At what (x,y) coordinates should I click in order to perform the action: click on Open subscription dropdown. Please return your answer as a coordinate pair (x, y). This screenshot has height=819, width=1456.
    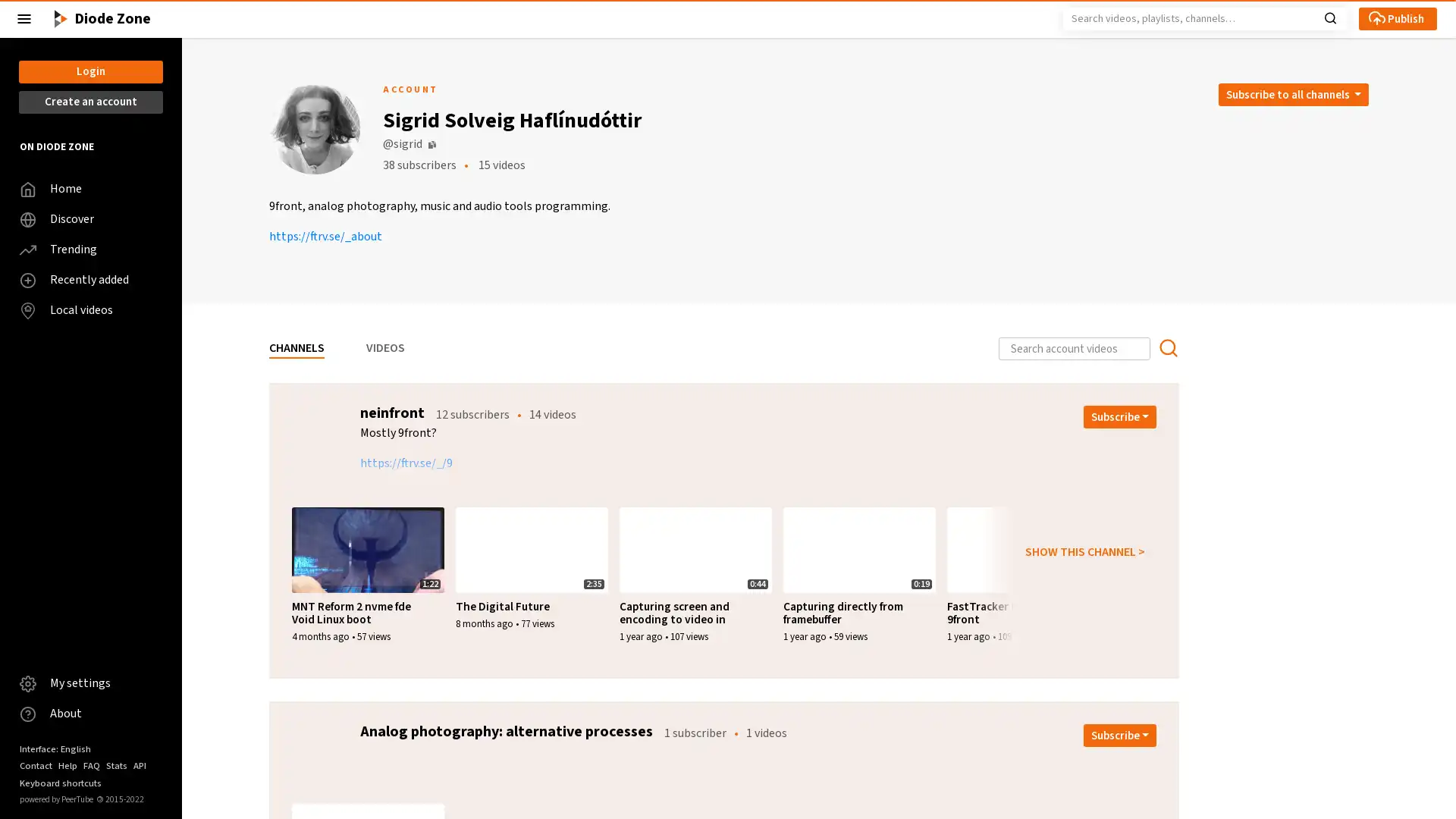
    Looking at the image, I should click on (1120, 734).